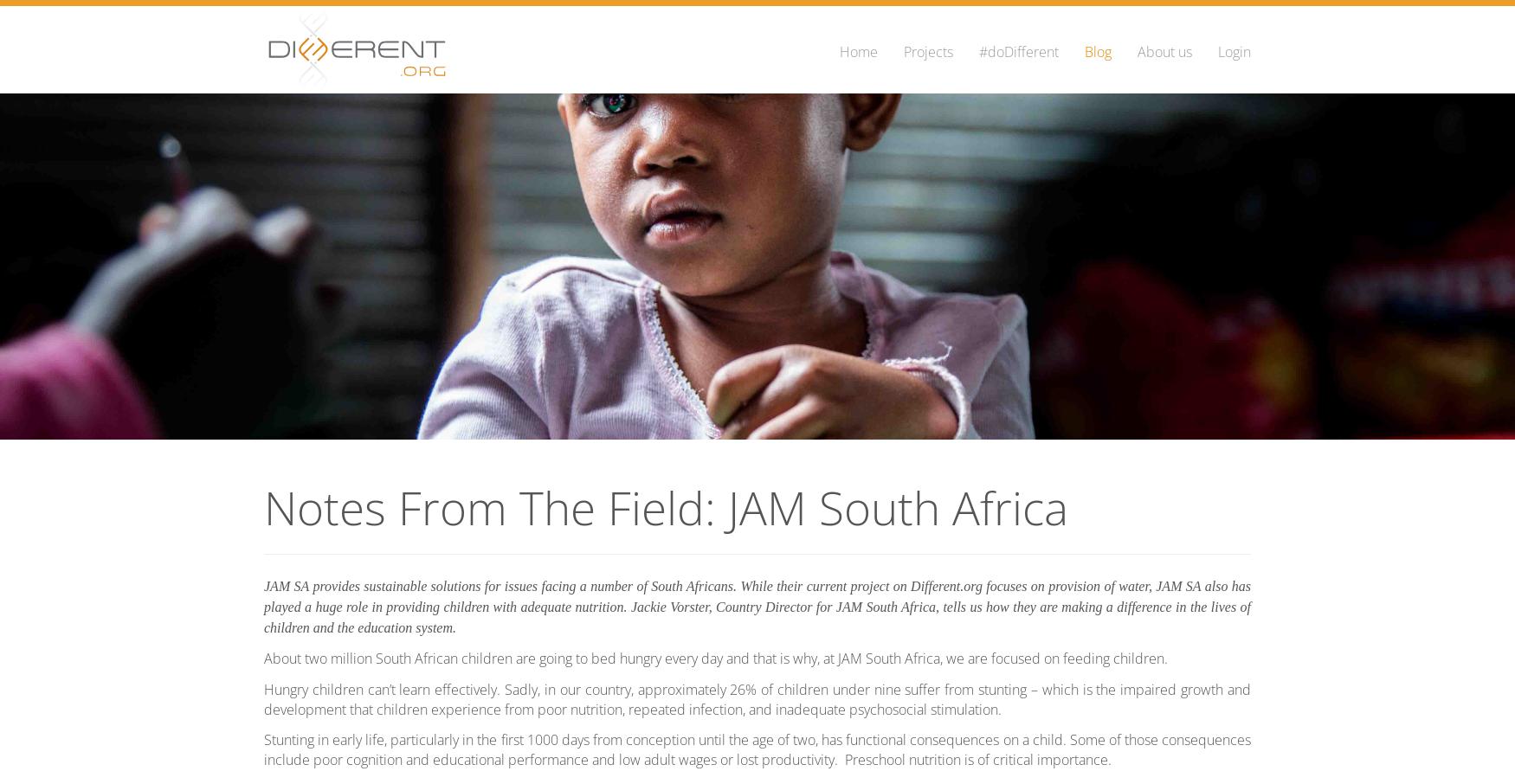 The image size is (1515, 784). I want to click on '#doDifferent', so click(1018, 51).